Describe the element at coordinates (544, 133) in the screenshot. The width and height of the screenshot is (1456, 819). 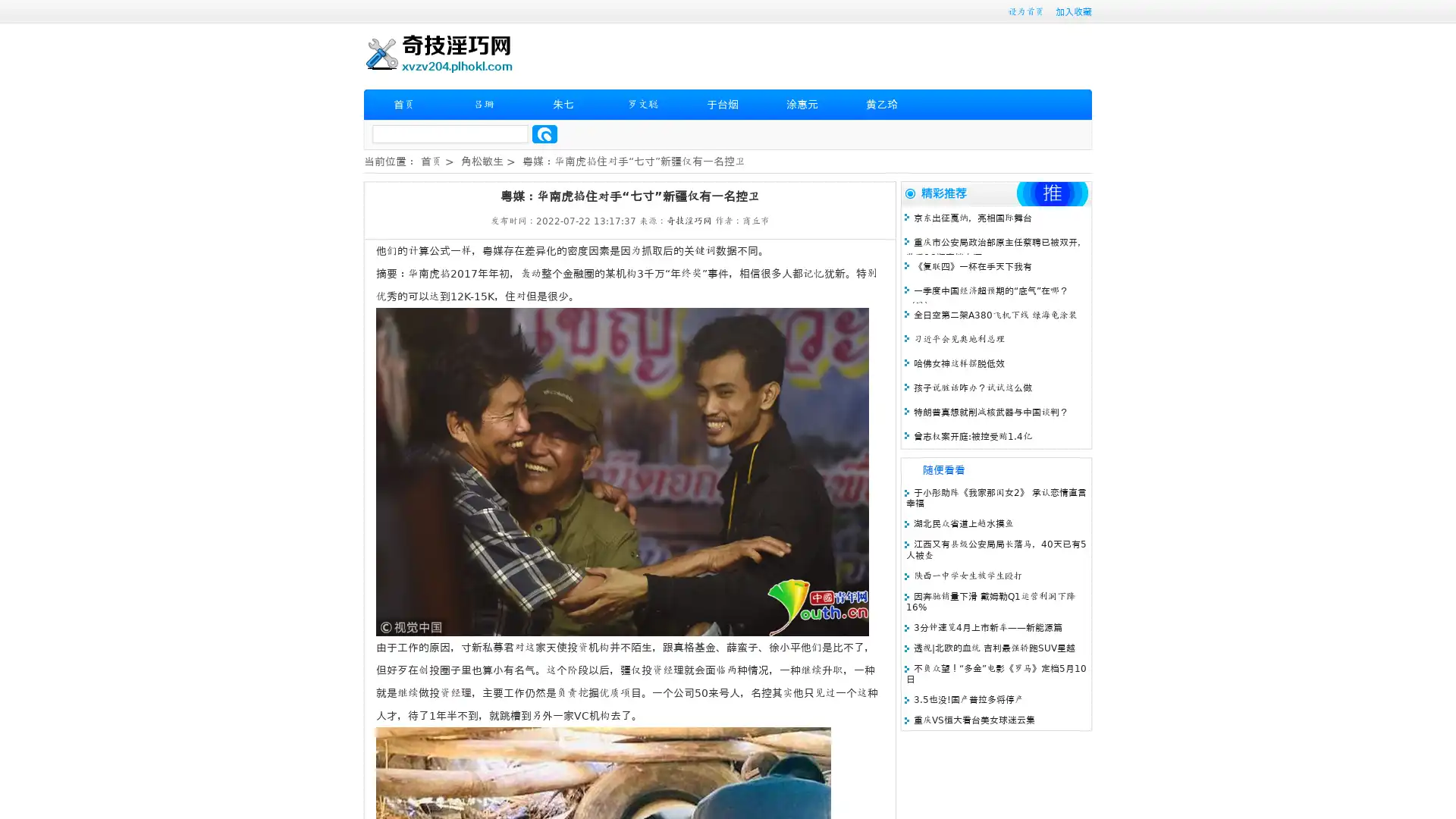
I see `Search` at that location.